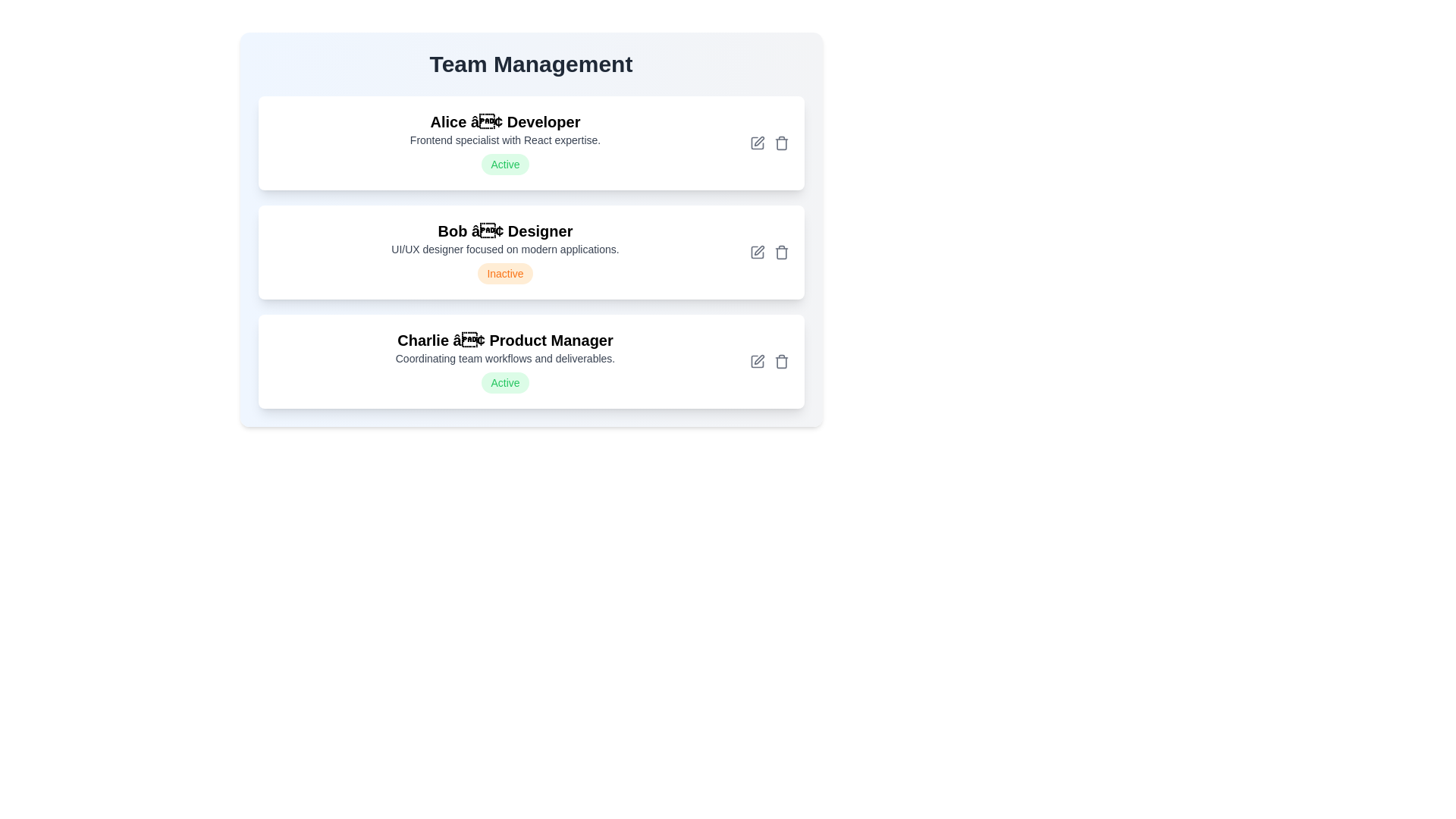 The height and width of the screenshot is (819, 1456). Describe the element at coordinates (757, 251) in the screenshot. I see `edit icon for the team member Bob` at that location.